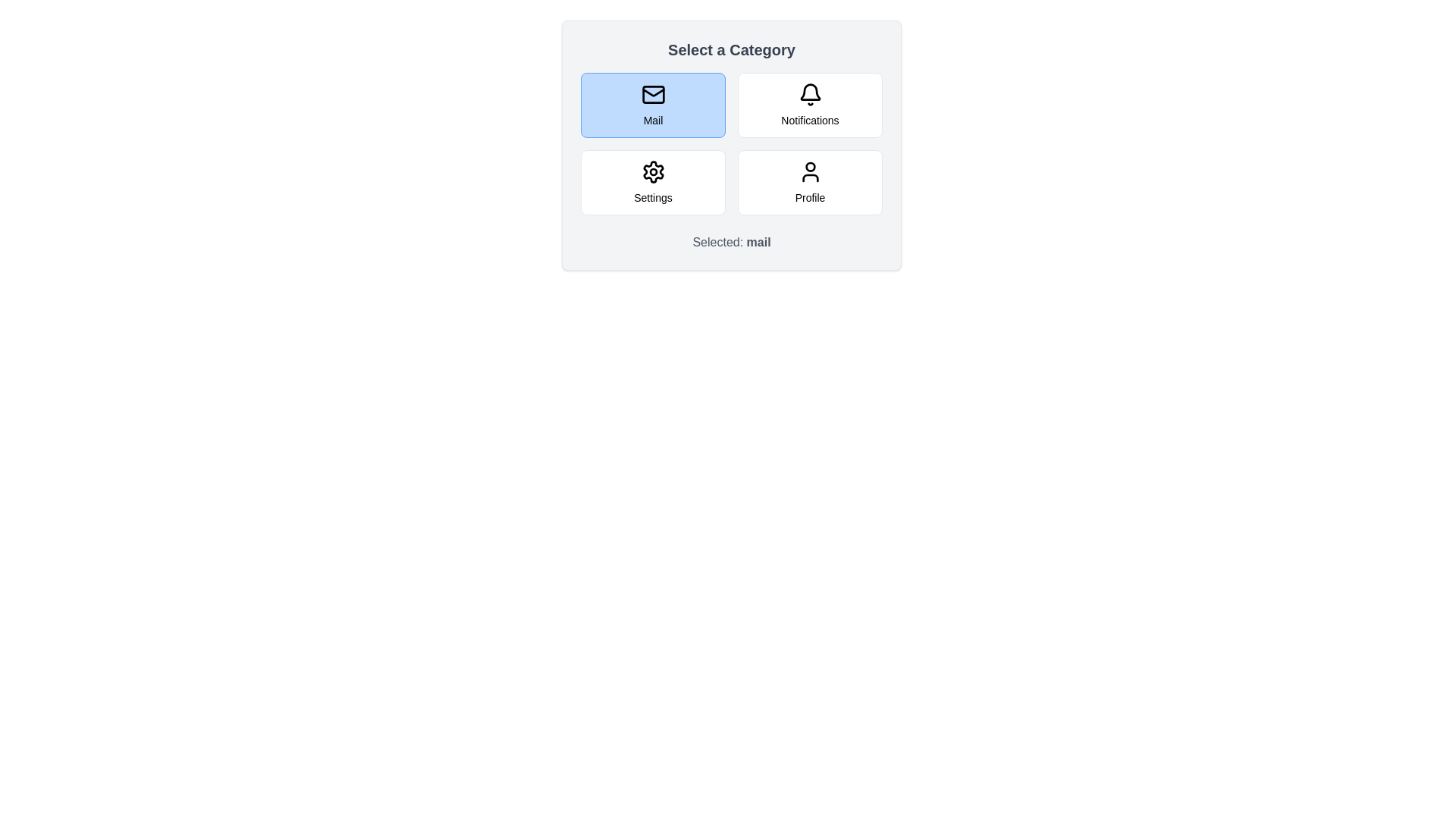  Describe the element at coordinates (809, 181) in the screenshot. I see `the Profile button to select it` at that location.